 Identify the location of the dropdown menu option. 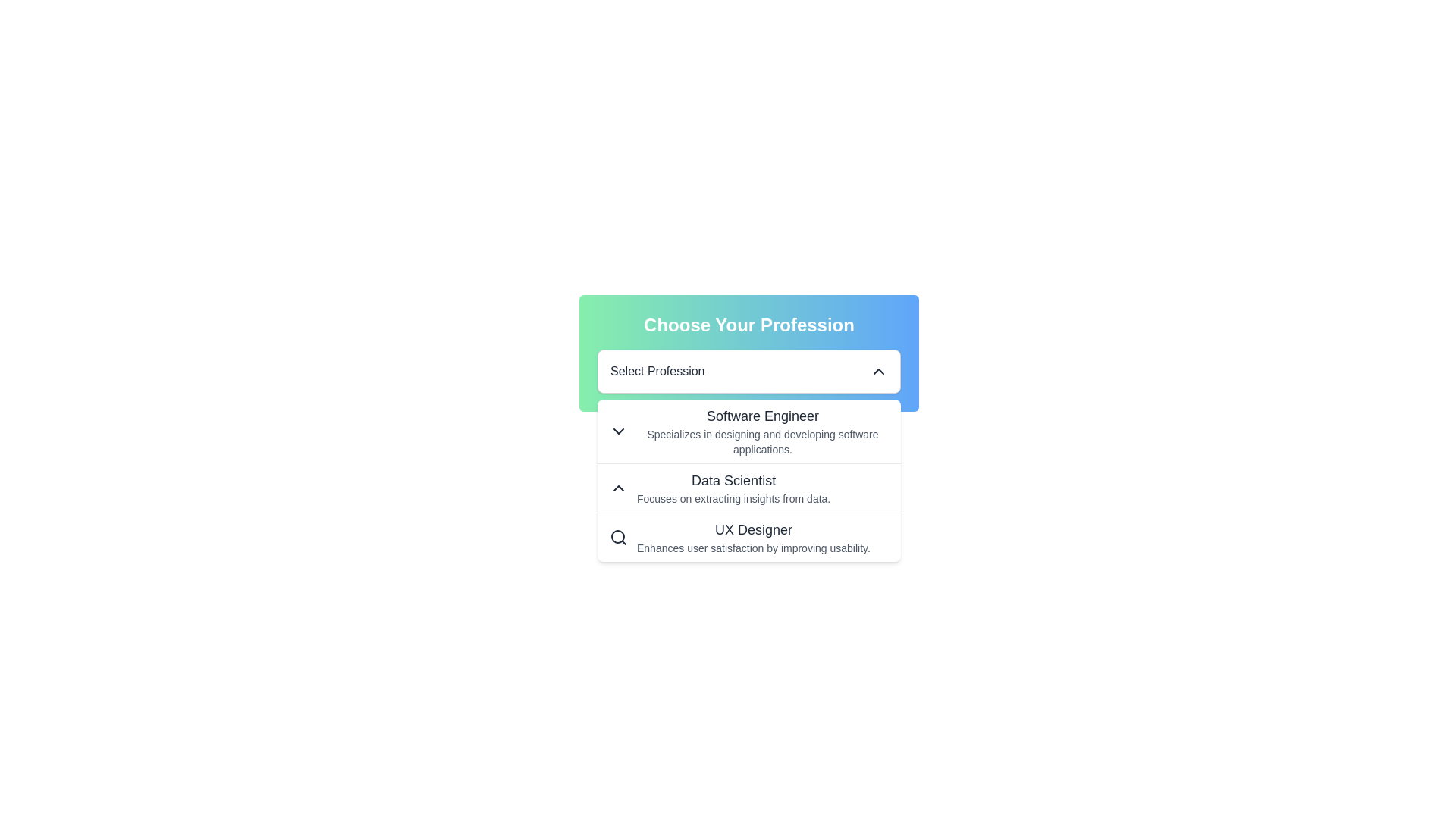
(749, 480).